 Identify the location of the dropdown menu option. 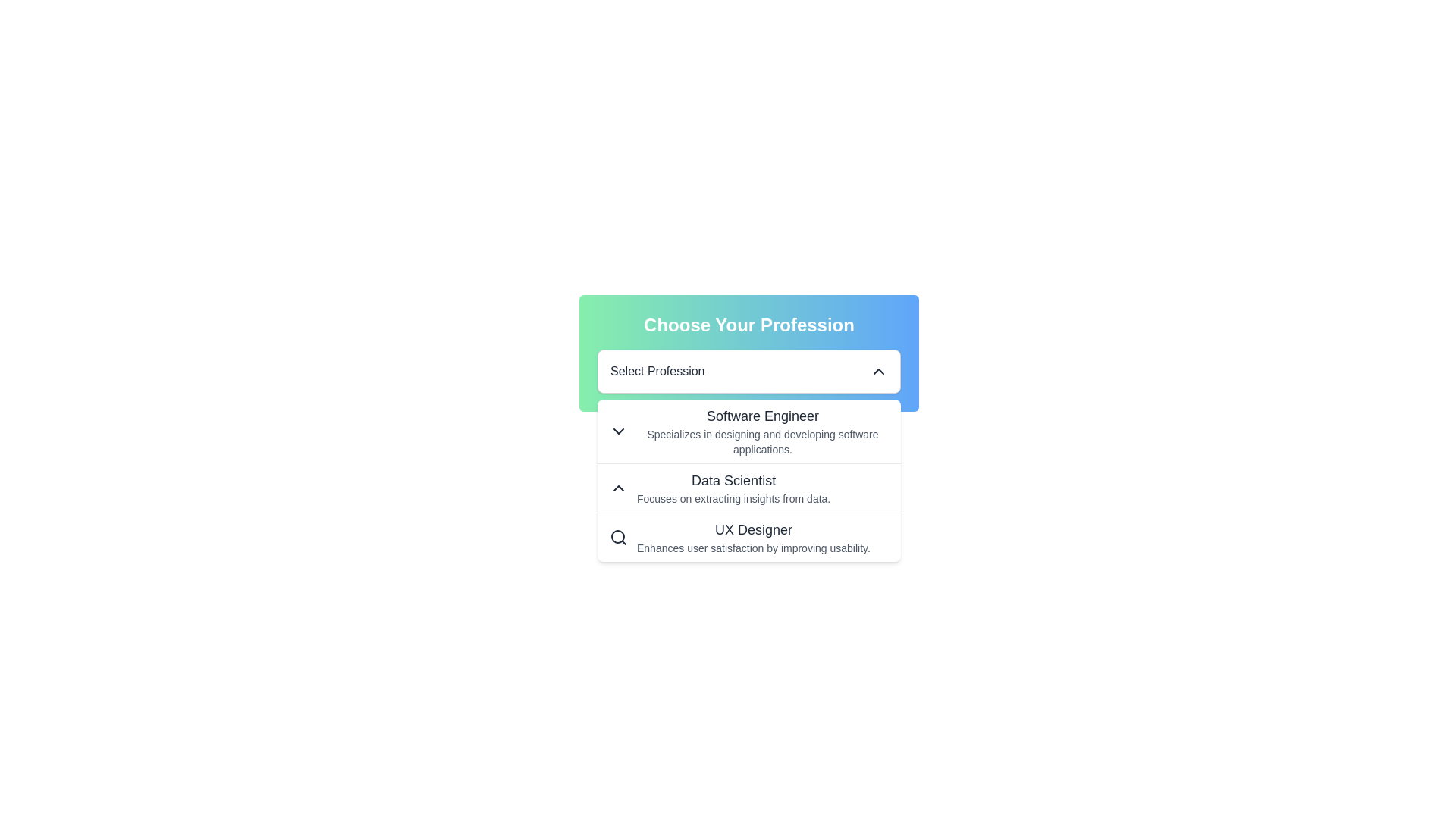
(749, 480).